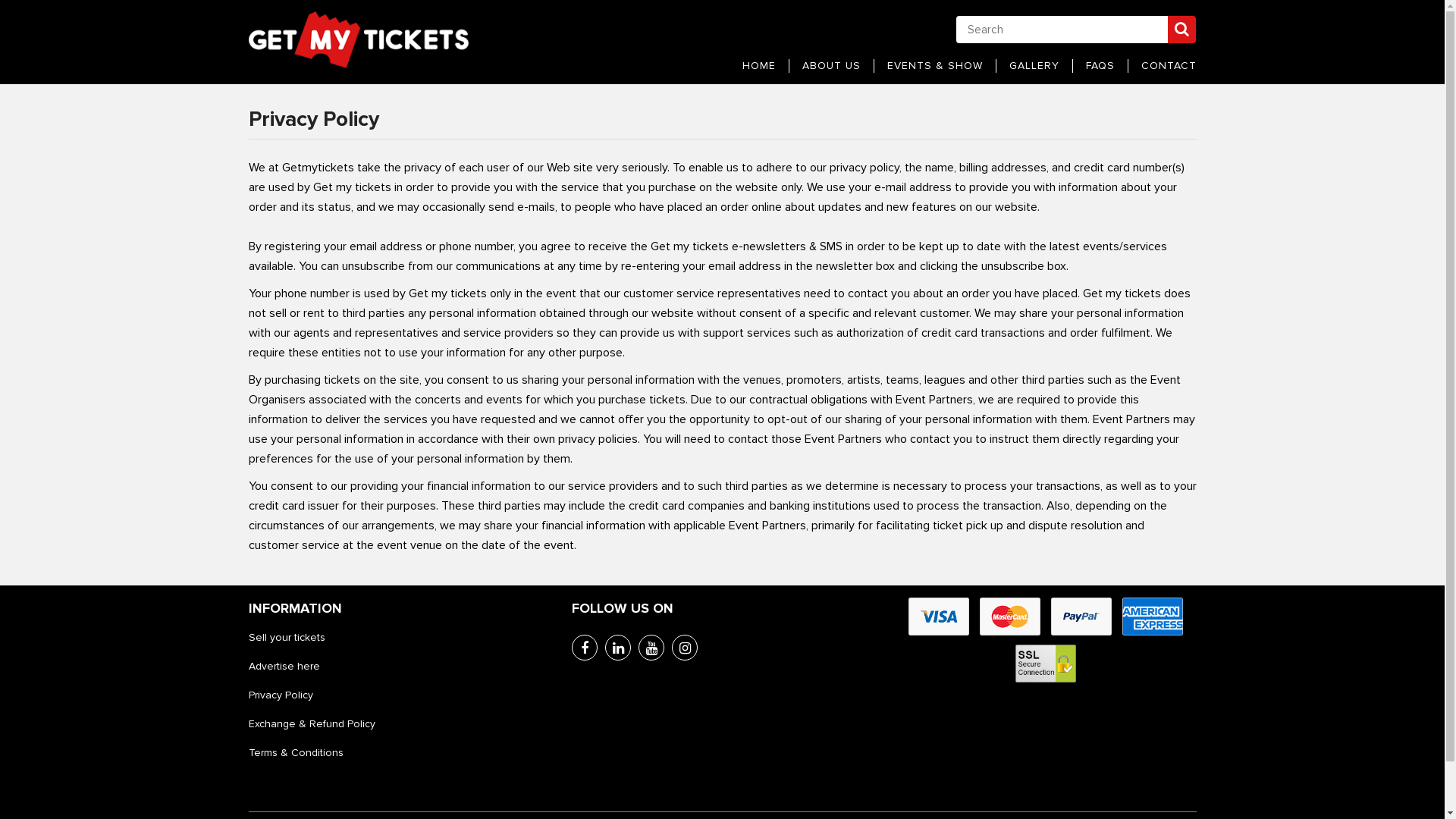 This screenshot has height=819, width=1456. Describe the element at coordinates (311, 723) in the screenshot. I see `'Exchange & Refund Policy'` at that location.